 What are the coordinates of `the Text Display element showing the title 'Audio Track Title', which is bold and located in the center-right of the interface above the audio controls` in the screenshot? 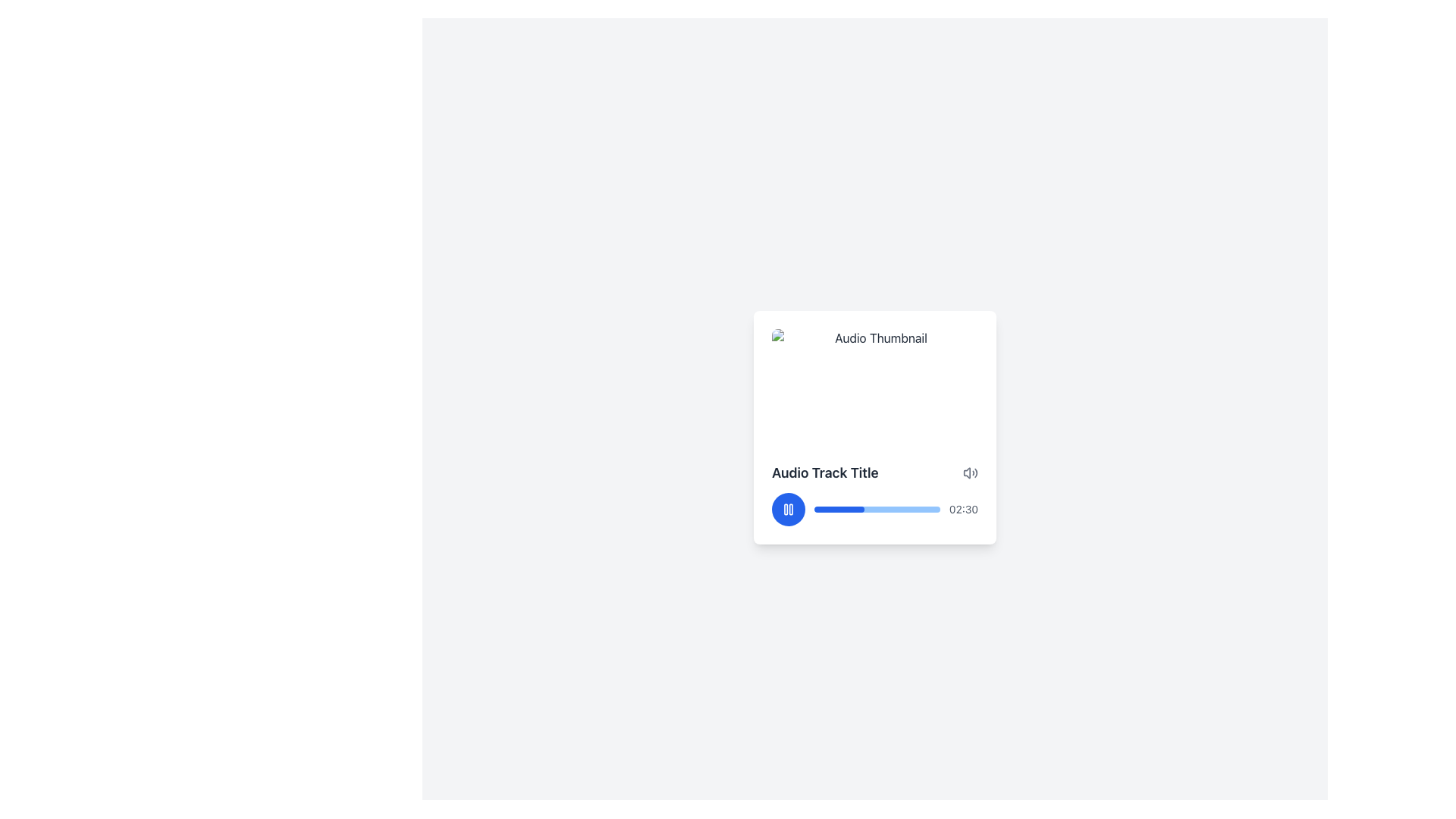 It's located at (874, 472).